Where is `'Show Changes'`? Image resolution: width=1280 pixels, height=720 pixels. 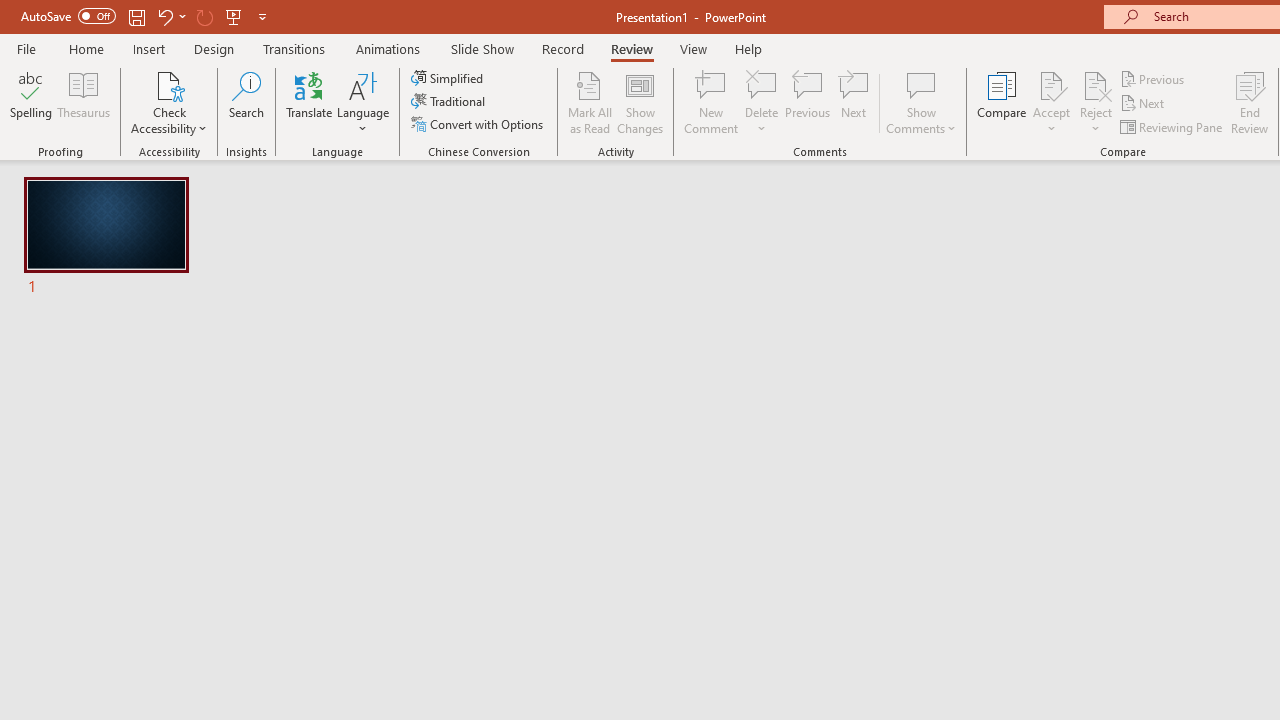
'Show Changes' is located at coordinates (640, 103).